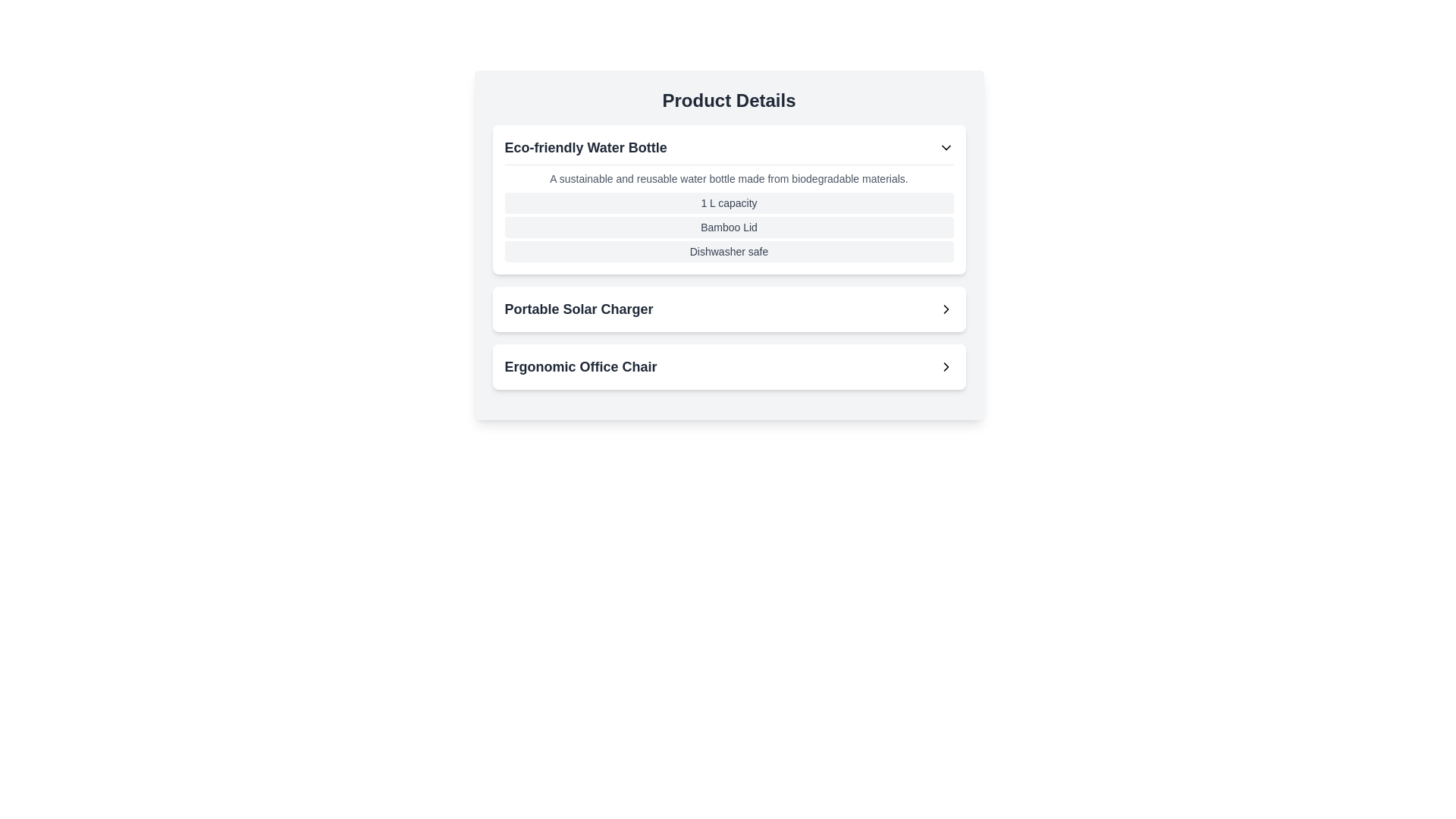 The width and height of the screenshot is (1456, 819). I want to click on the second item in the 'Product Details' list, labeled 'Portable Solar Charger', so click(729, 309).